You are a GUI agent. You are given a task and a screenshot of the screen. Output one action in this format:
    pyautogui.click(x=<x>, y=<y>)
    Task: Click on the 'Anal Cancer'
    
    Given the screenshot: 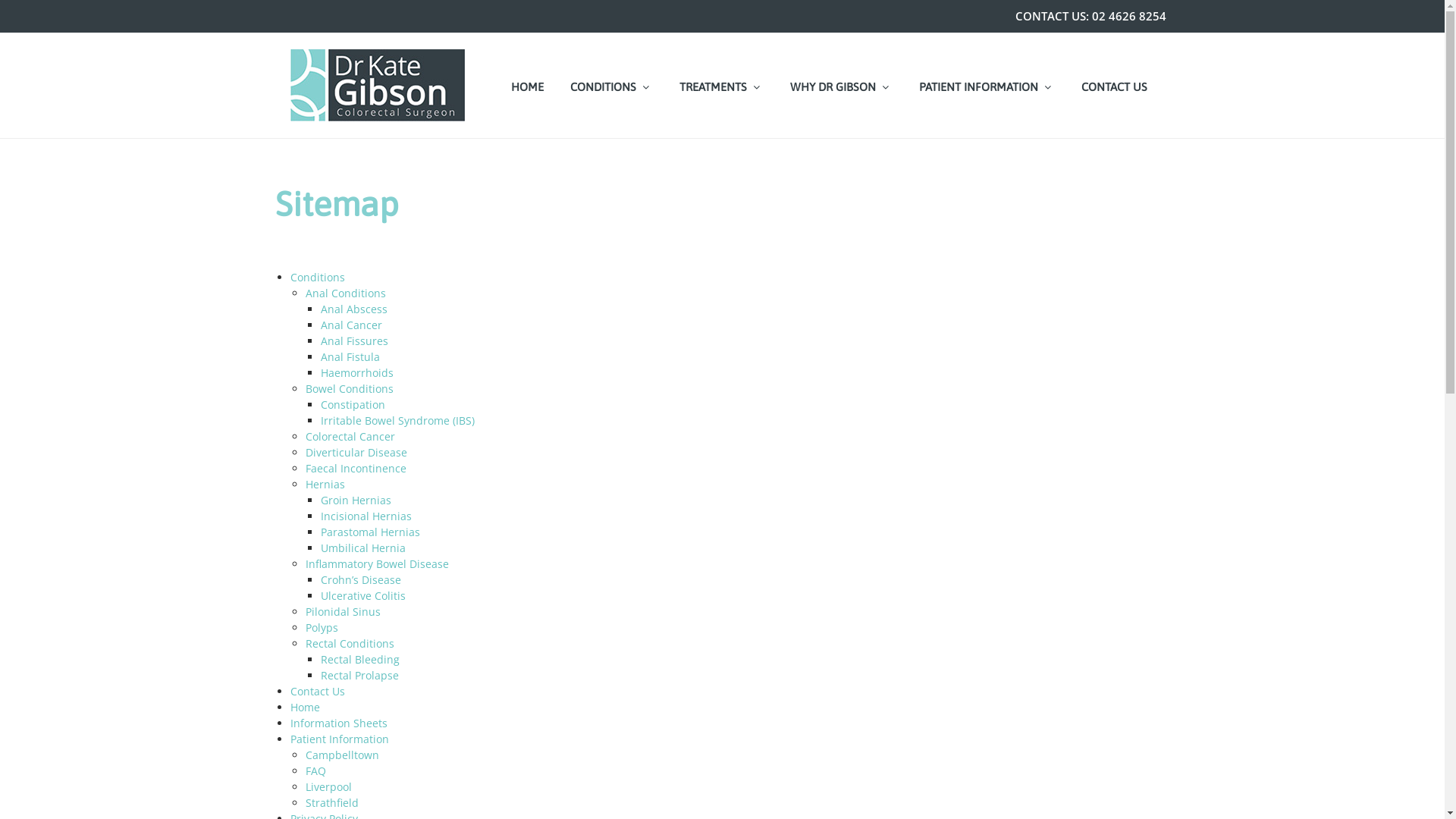 What is the action you would take?
    pyautogui.click(x=350, y=324)
    